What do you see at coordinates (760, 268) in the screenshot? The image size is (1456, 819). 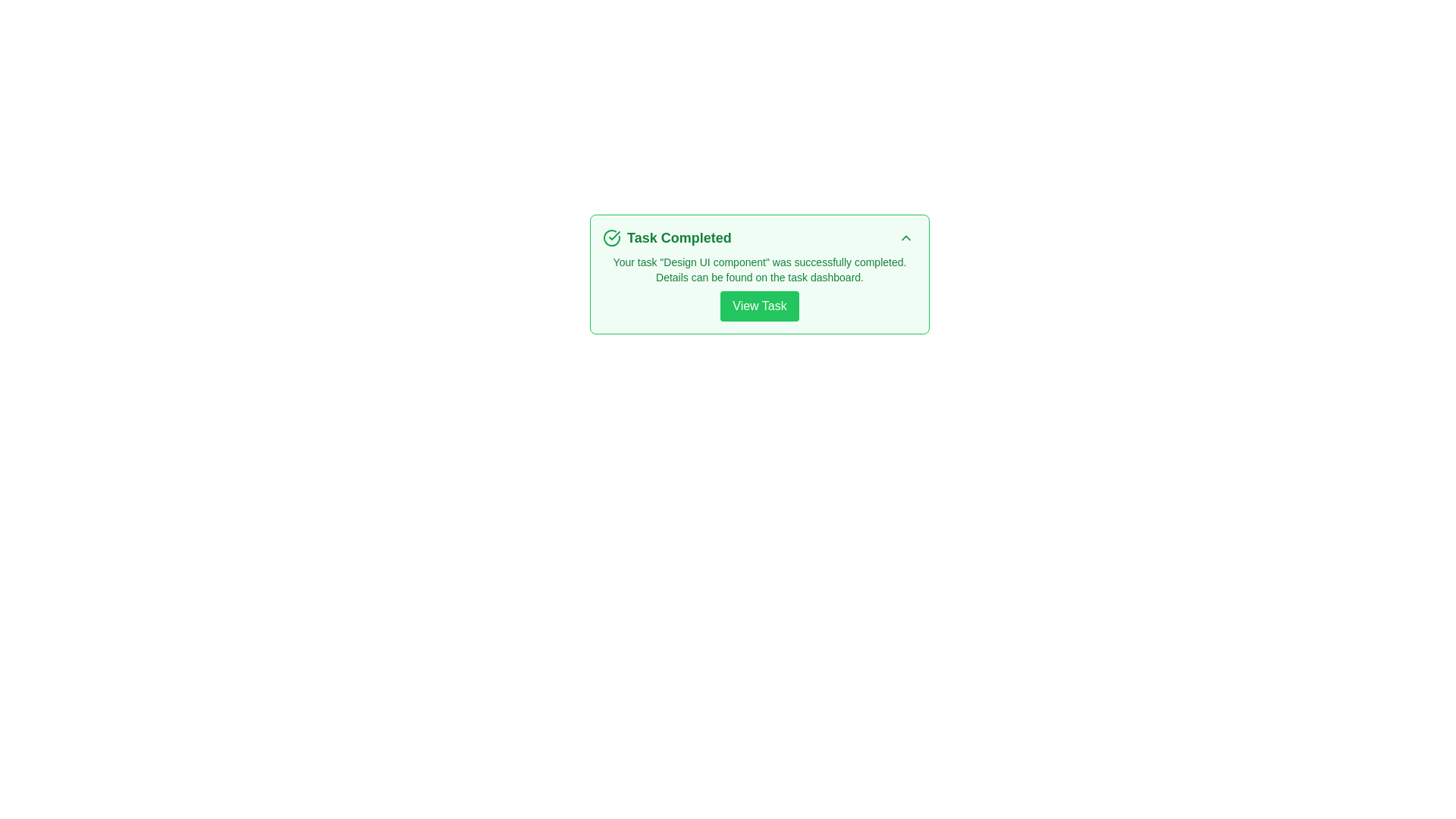 I see `the informational text block that indicates successful task completion, which is centrally aligned within a light green notification box, positioned above the 'View Task' button` at bounding box center [760, 268].